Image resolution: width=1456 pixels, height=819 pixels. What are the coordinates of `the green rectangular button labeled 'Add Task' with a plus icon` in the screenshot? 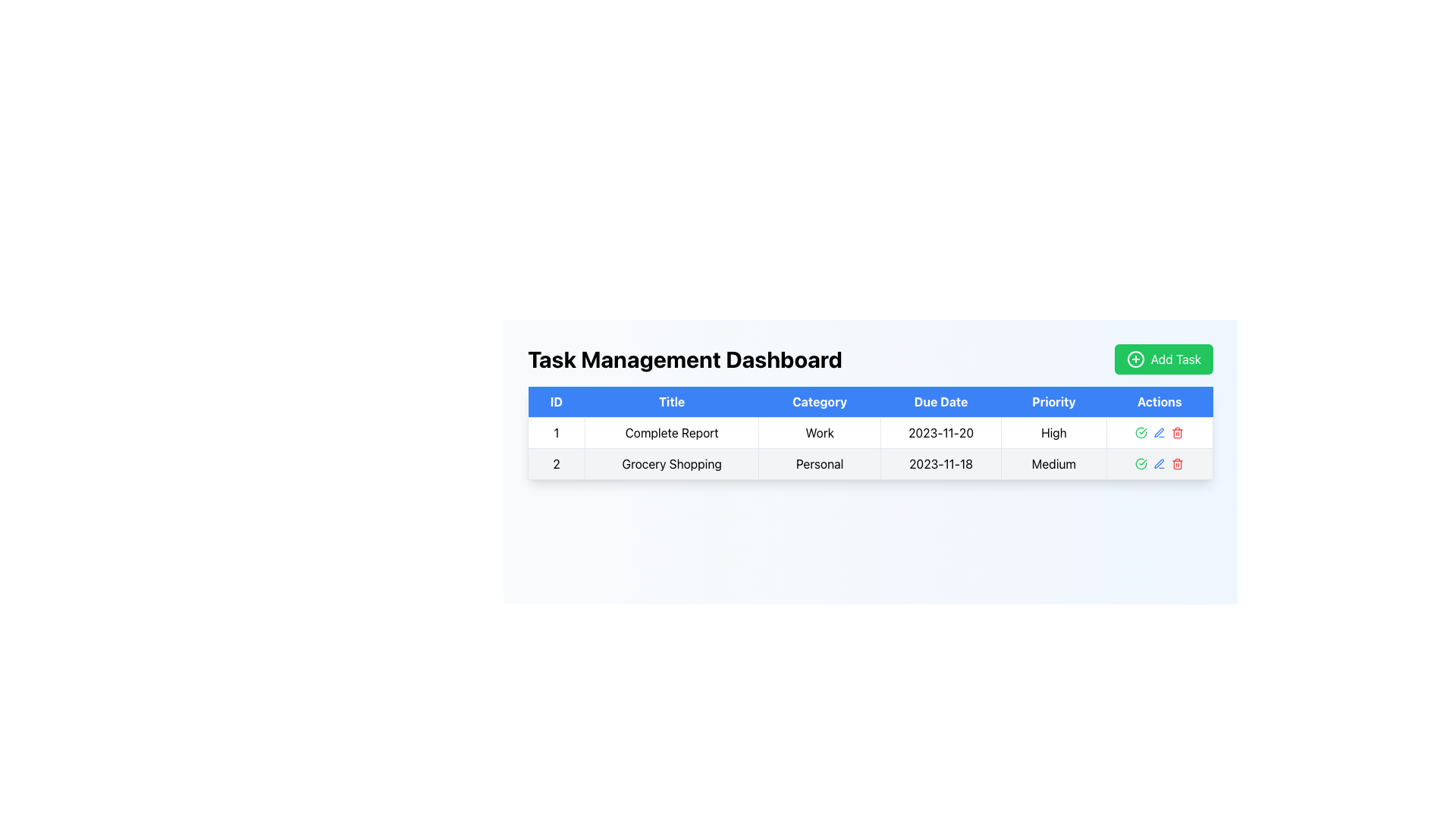 It's located at (1163, 359).